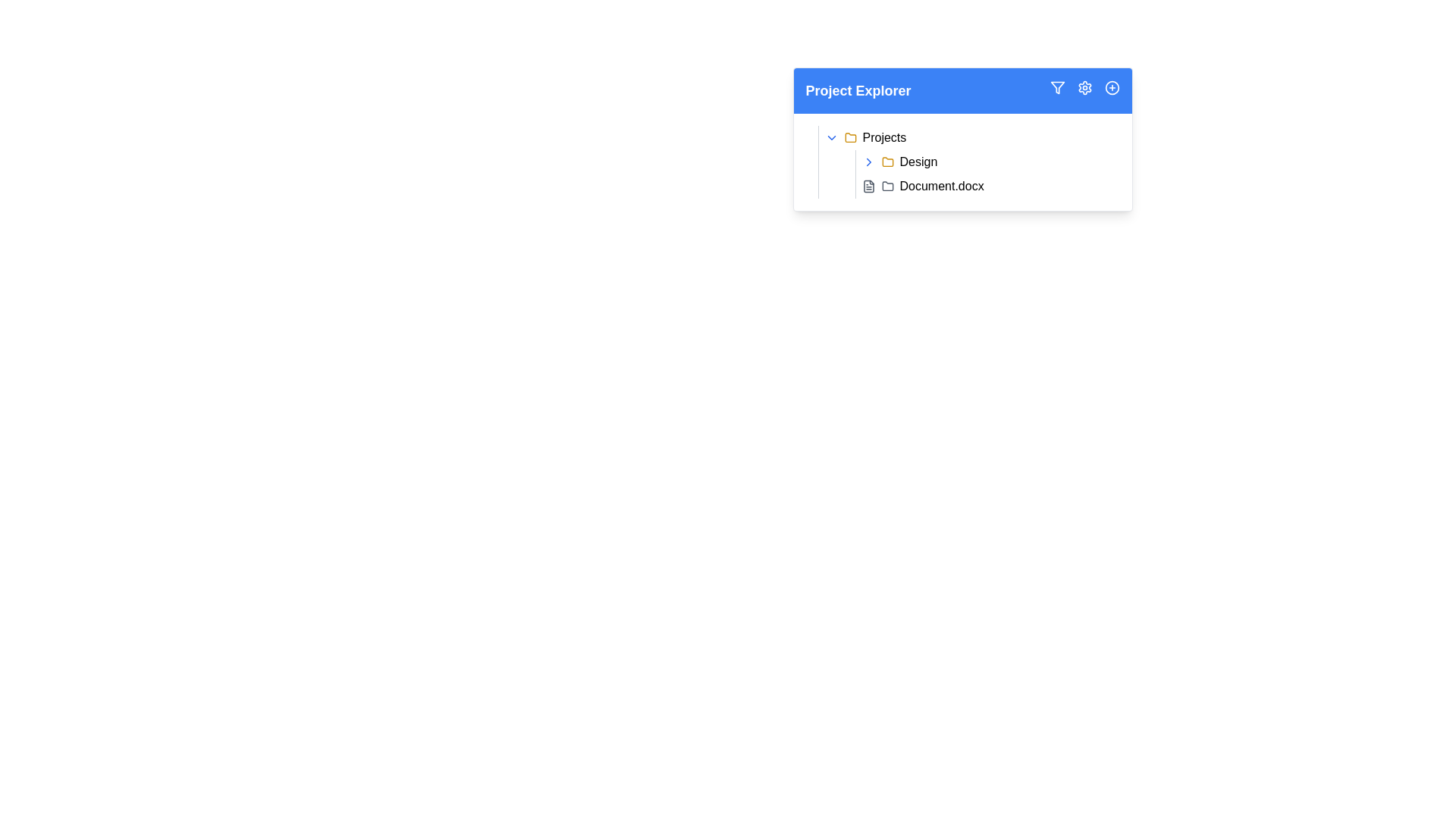 This screenshot has height=819, width=1456. What do you see at coordinates (1084, 87) in the screenshot?
I see `the gear-shaped icon with a circular outline on the blue background` at bounding box center [1084, 87].